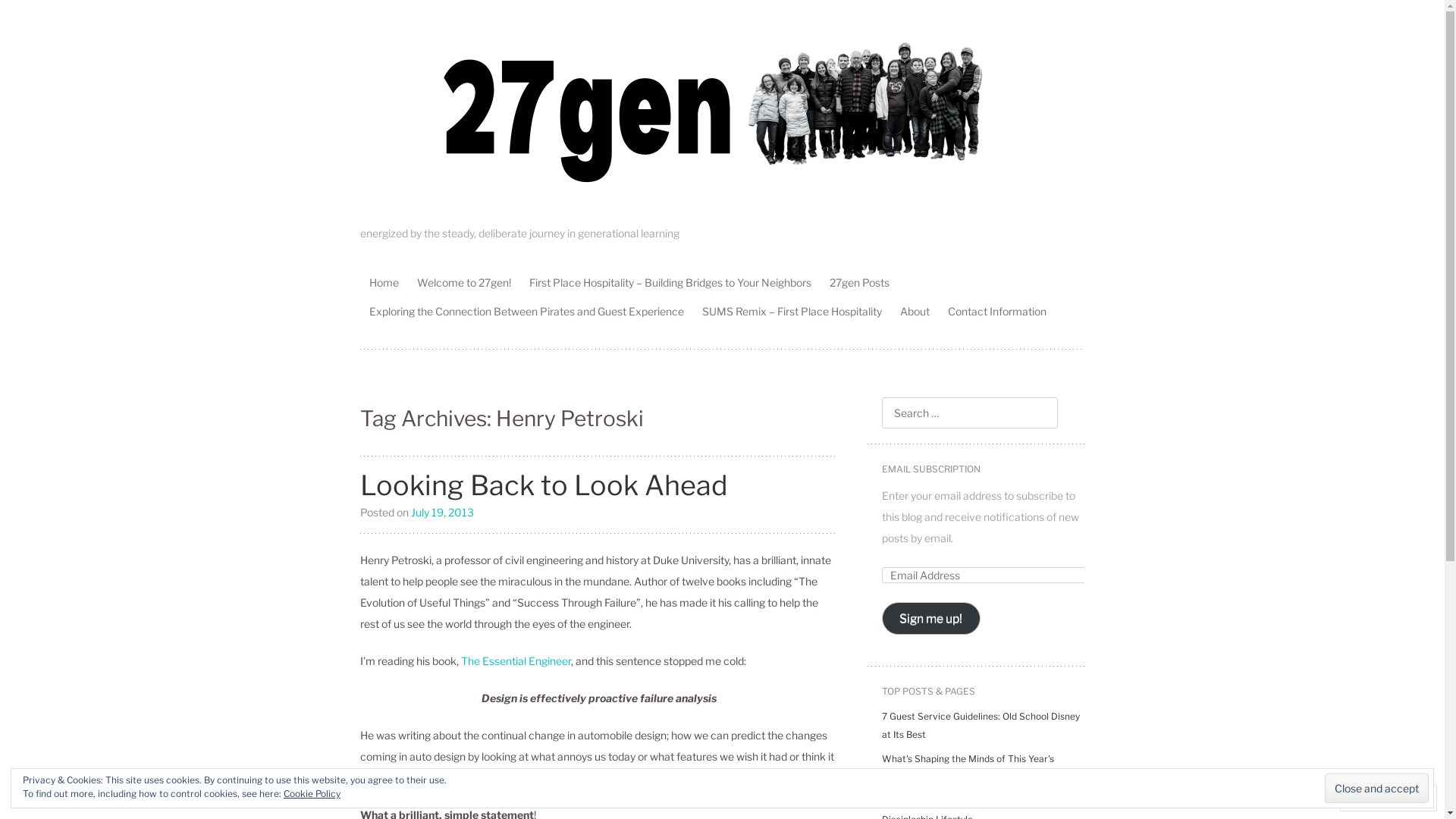 The height and width of the screenshot is (819, 1456). What do you see at coordinates (980, 724) in the screenshot?
I see `'7 Guest Service Guidelines: Old School Disney at Its Best'` at bounding box center [980, 724].